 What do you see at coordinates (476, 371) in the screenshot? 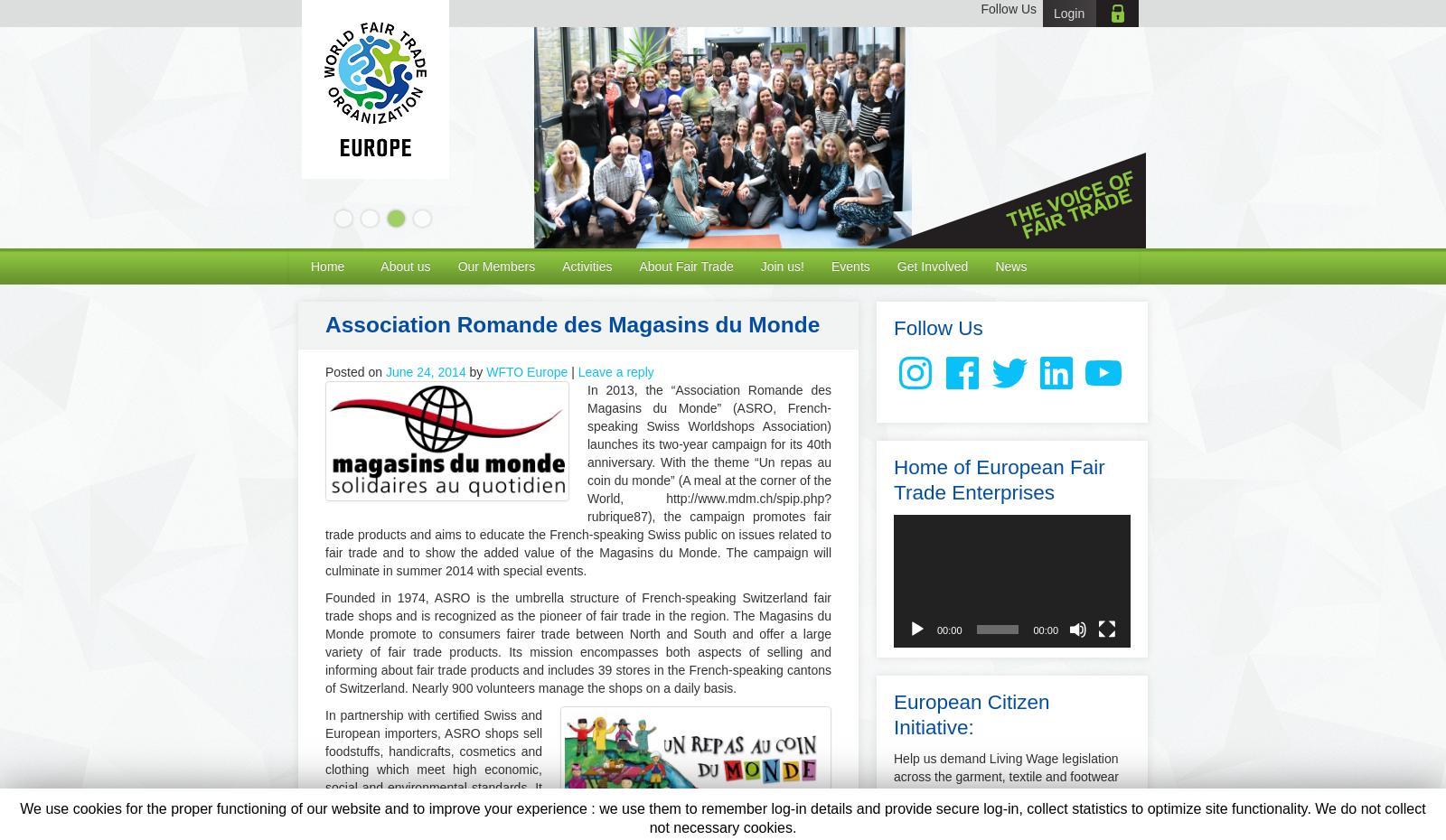
I see `'by'` at bounding box center [476, 371].